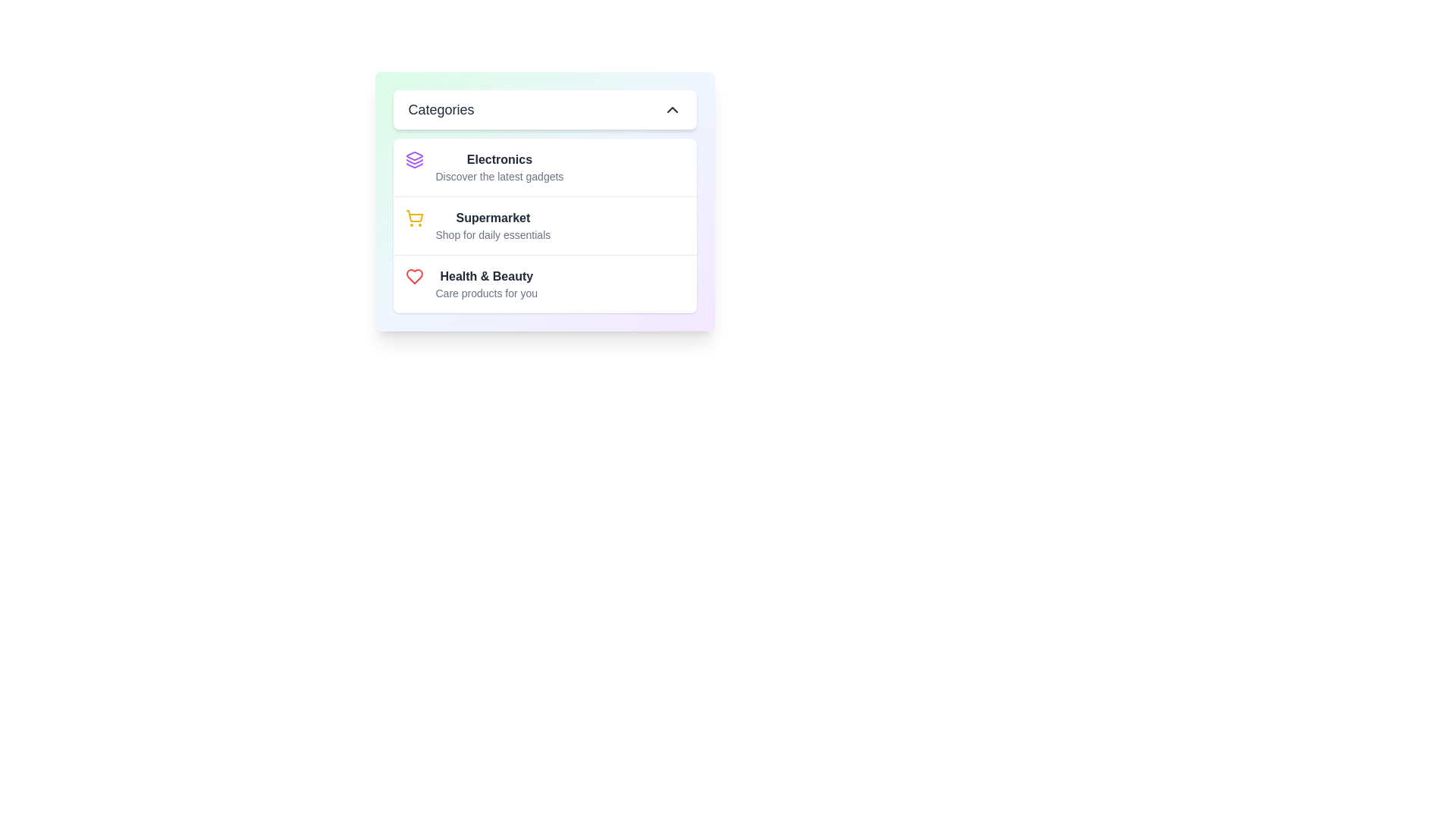 The width and height of the screenshot is (1456, 819). I want to click on informational text label located in the dropdown menu under the 'Electronics' category, positioned directly below the bold 'Electronics' text, so click(499, 175).